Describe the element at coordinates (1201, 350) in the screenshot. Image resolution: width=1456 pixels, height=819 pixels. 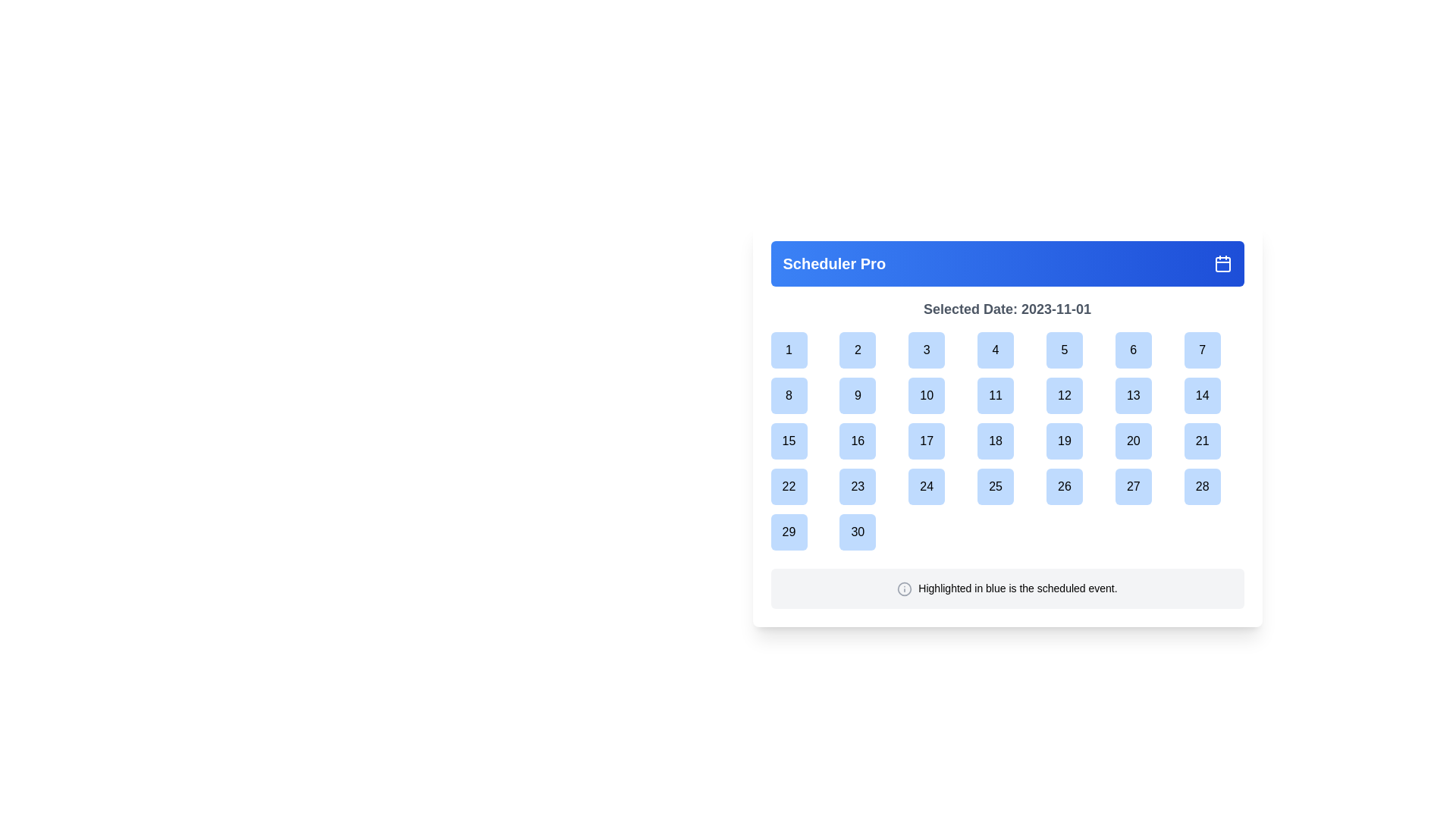
I see `the light blue button with the number '7' in black font located in the seventh column of the first row in a calendar grid interface` at that location.